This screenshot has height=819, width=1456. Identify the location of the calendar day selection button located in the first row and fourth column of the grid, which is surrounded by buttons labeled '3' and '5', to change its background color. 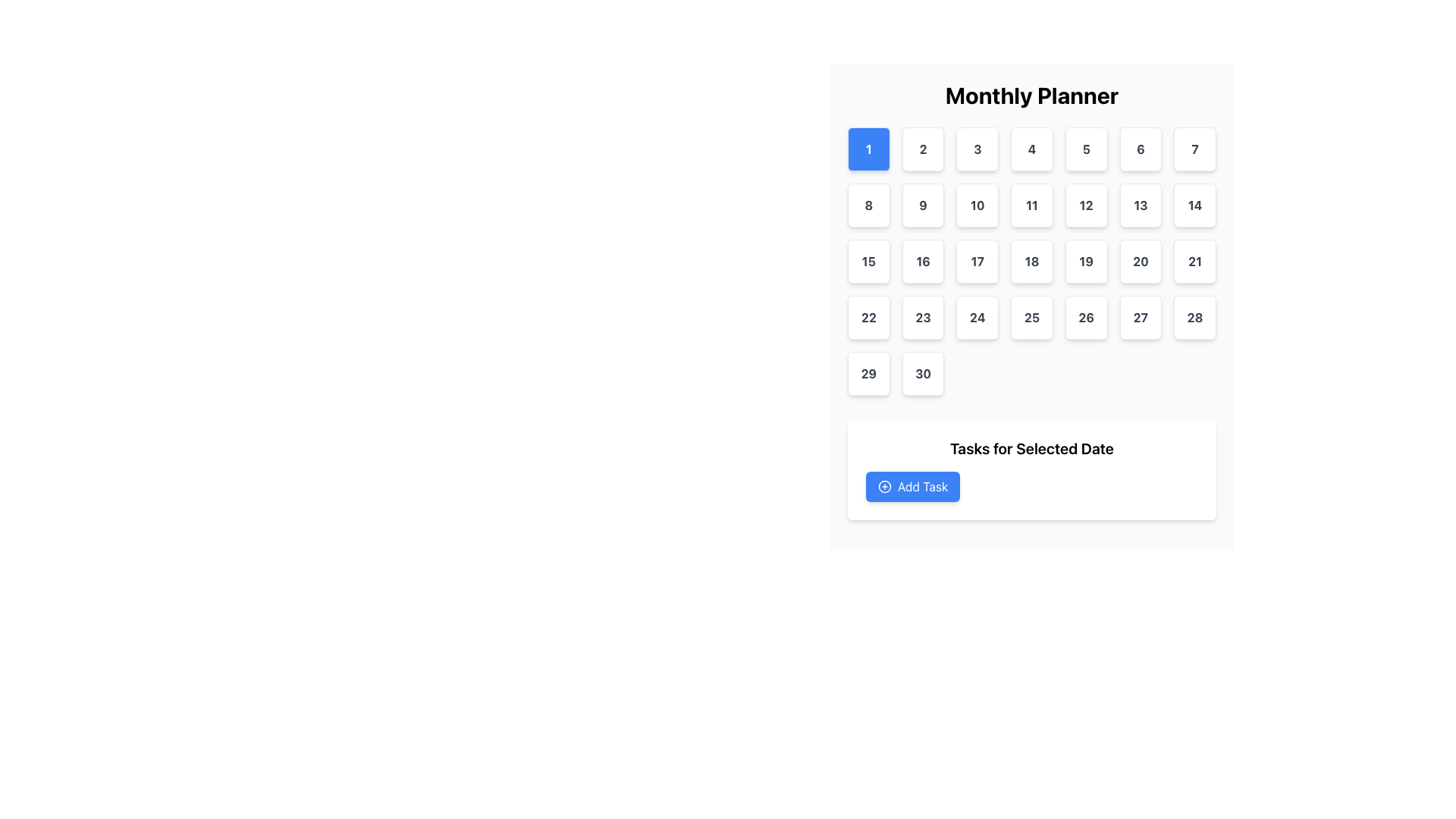
(1031, 149).